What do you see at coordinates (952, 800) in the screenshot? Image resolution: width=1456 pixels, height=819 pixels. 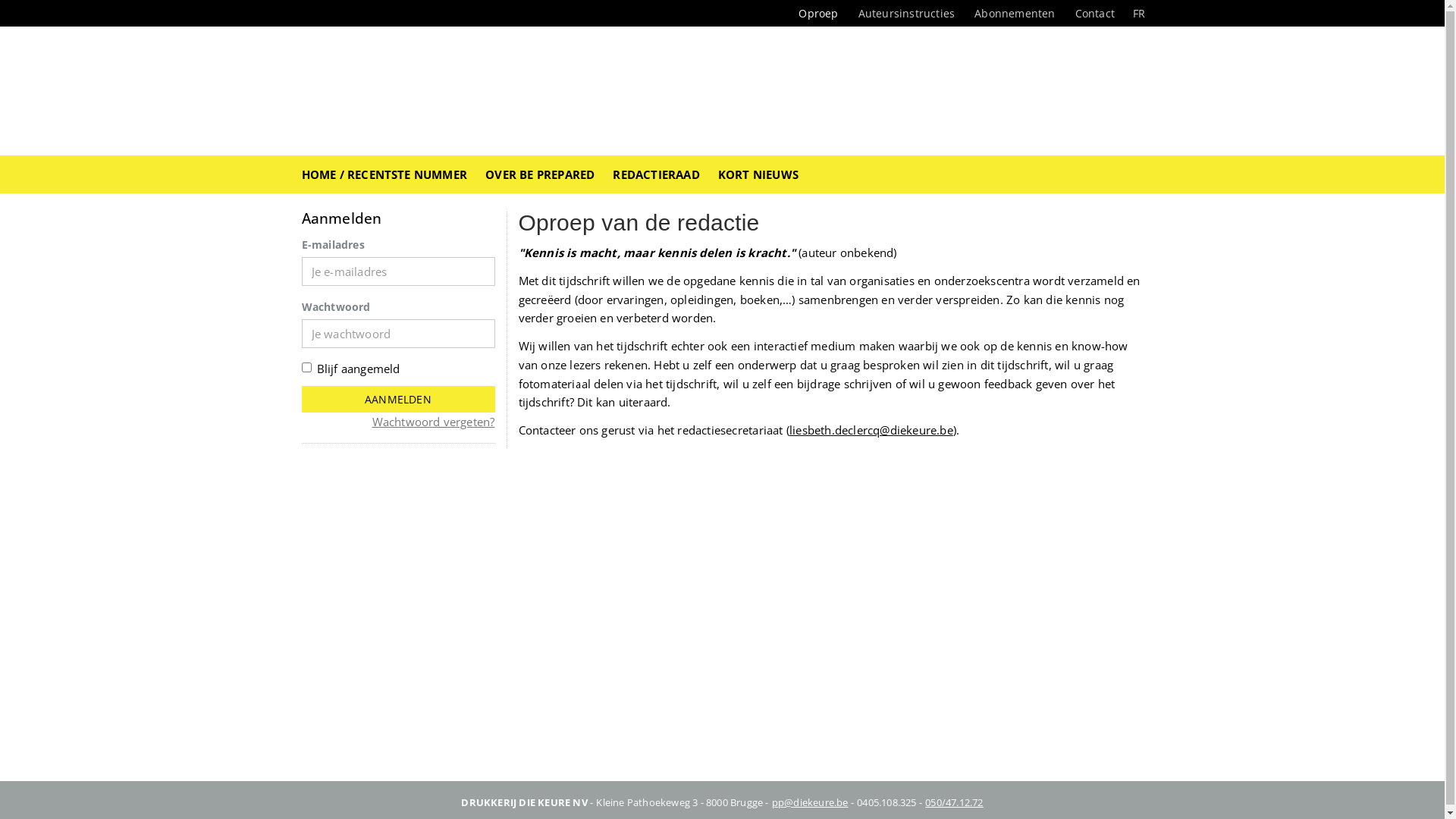 I see `'050/47.12.72'` at bounding box center [952, 800].